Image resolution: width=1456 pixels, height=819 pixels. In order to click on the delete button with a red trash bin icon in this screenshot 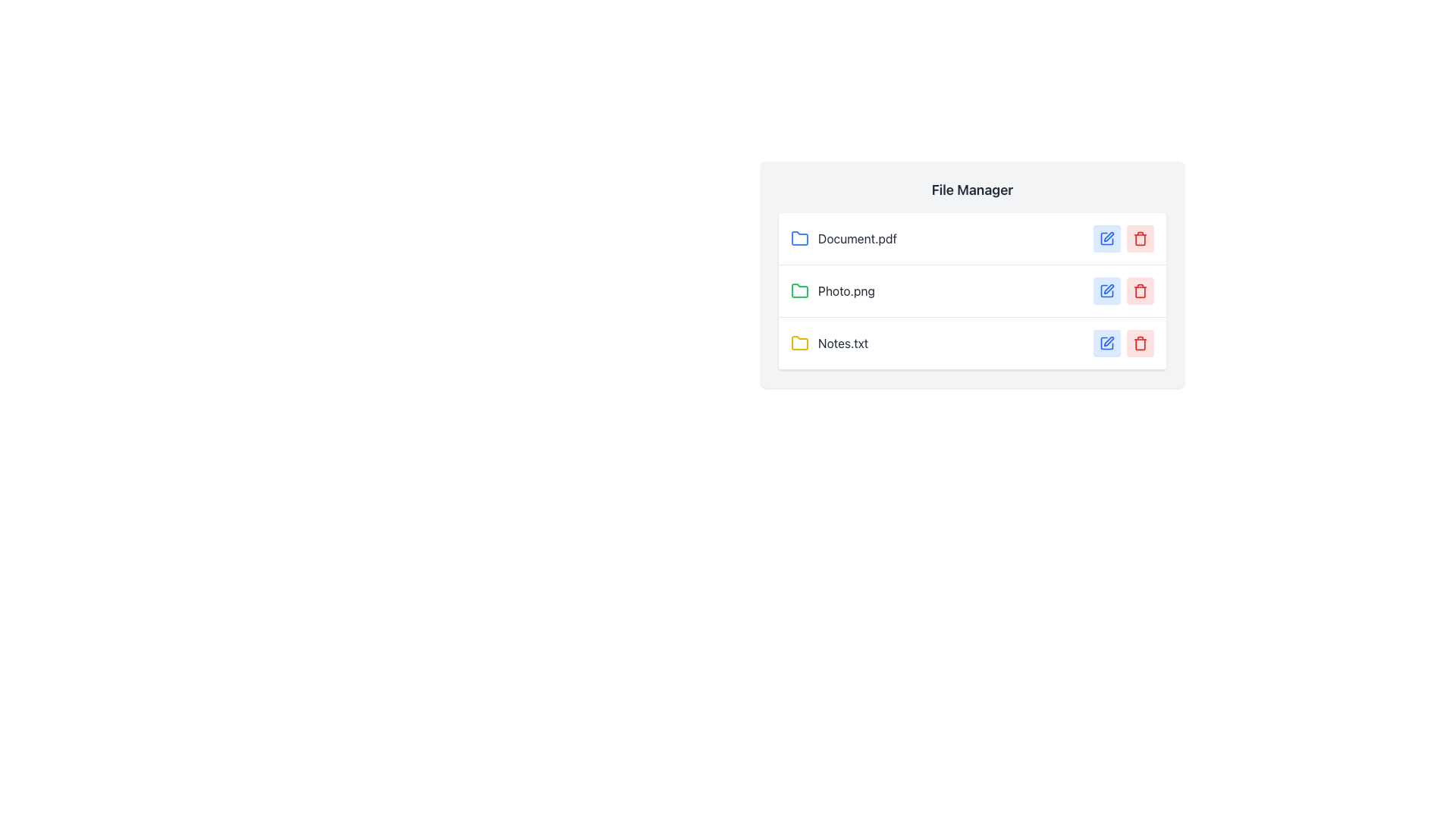, I will do `click(1140, 343)`.